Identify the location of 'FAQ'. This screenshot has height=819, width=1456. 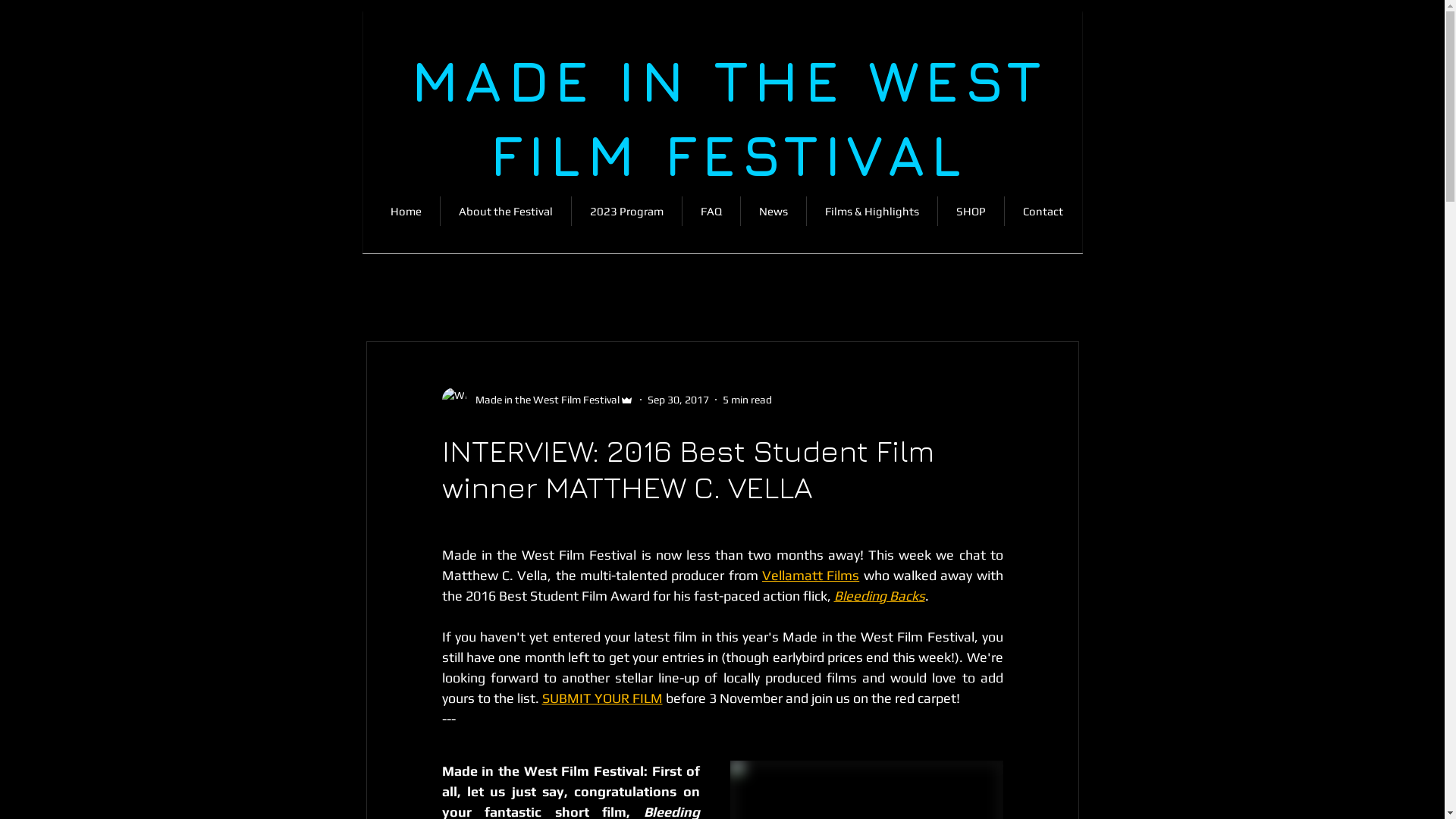
(710, 211).